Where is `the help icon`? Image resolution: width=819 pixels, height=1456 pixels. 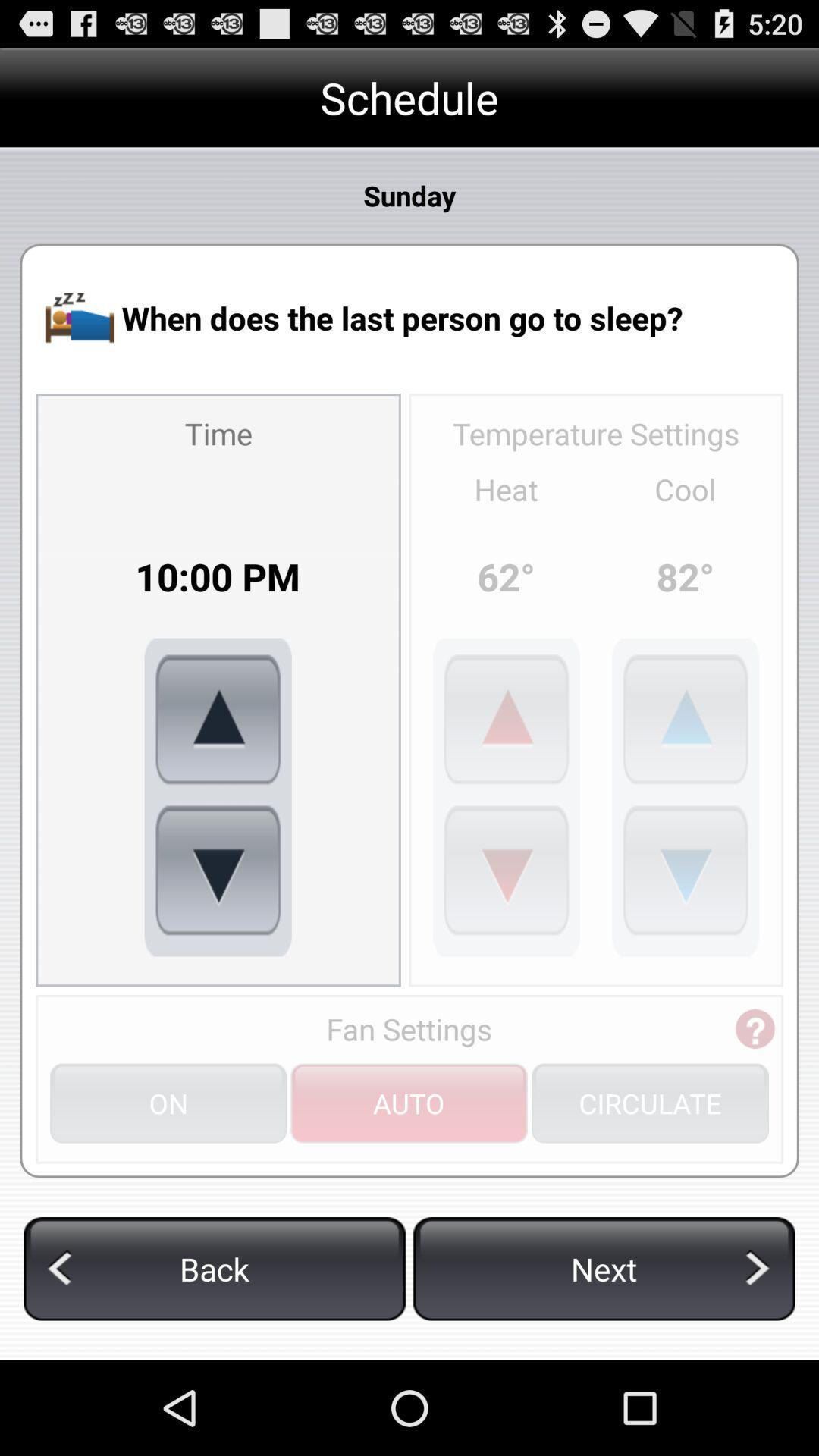 the help icon is located at coordinates (755, 1101).